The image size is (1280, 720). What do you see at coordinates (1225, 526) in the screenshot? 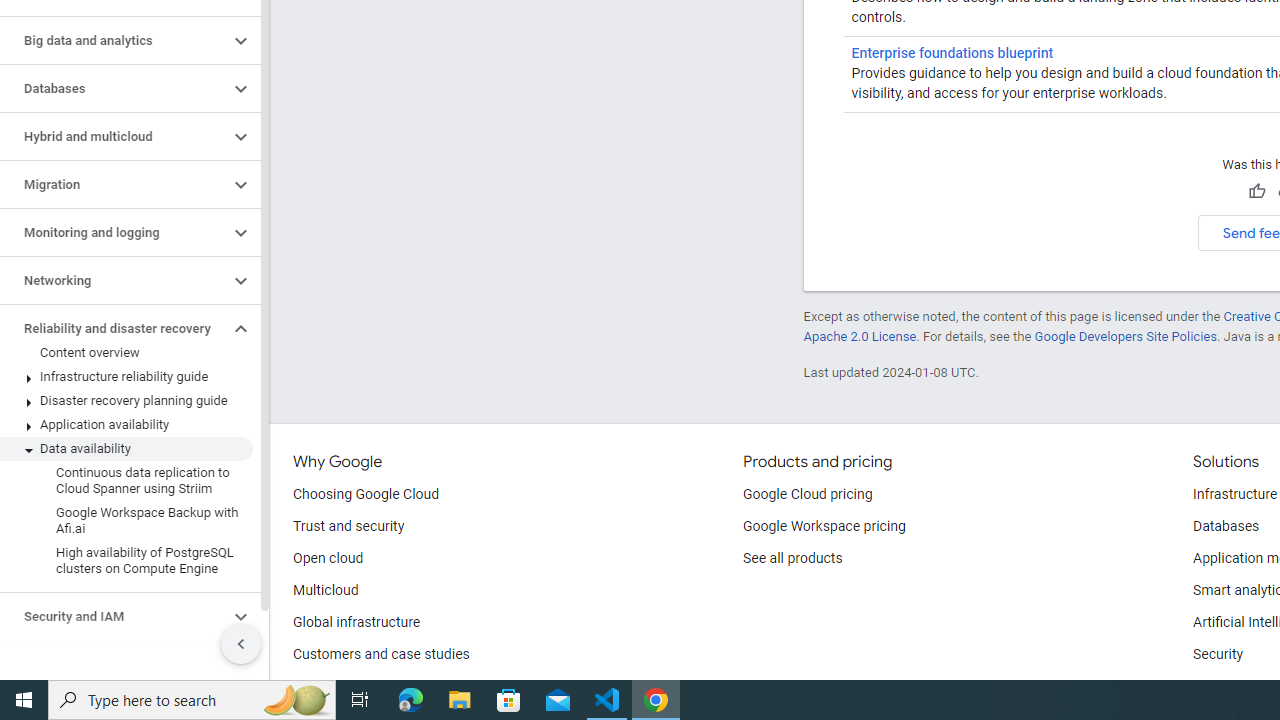
I see `'Databases'` at bounding box center [1225, 526].